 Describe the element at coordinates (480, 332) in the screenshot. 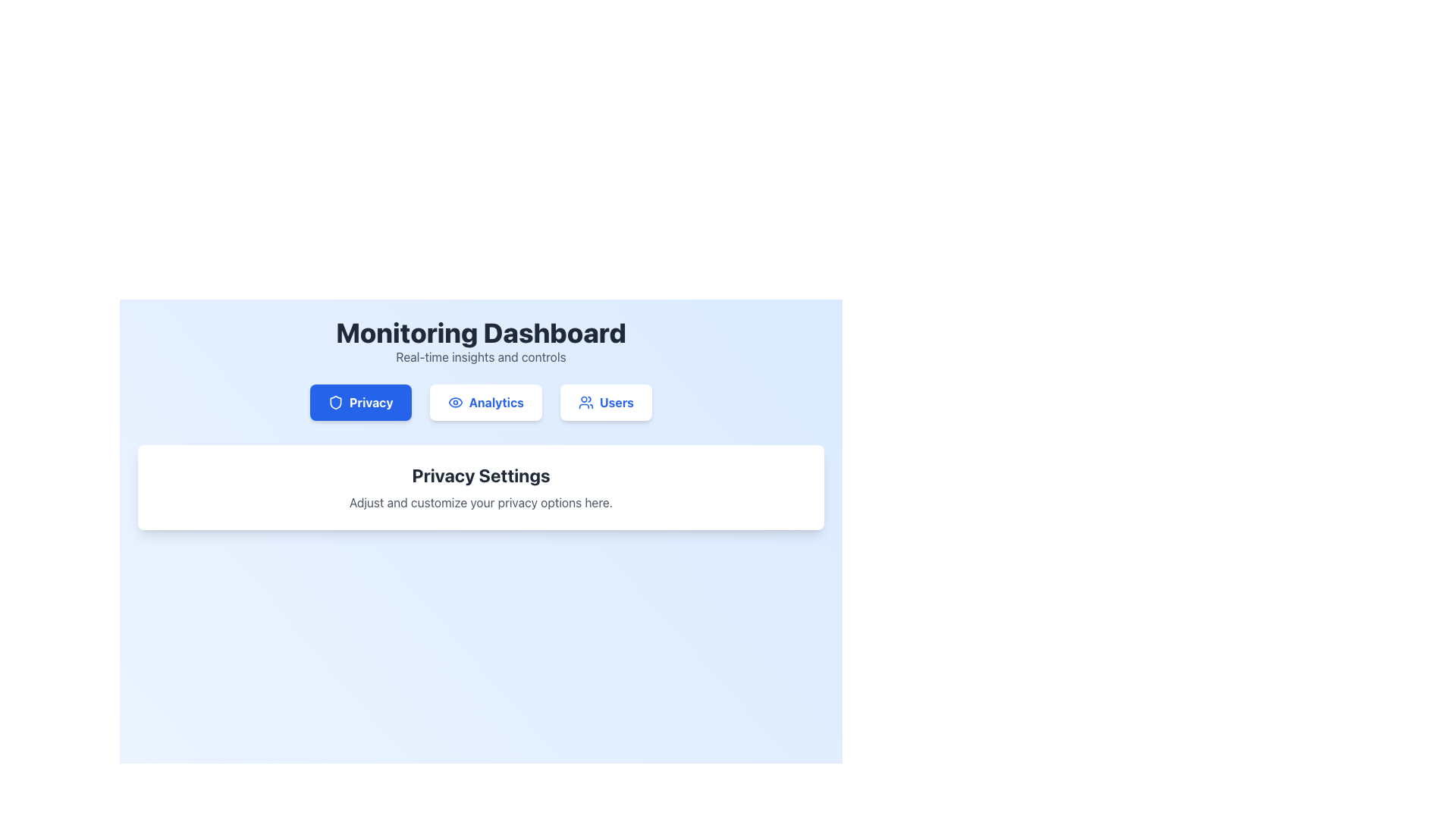

I see `the prominent headline text block displaying 'Monitoring Dashboard' to select it` at that location.